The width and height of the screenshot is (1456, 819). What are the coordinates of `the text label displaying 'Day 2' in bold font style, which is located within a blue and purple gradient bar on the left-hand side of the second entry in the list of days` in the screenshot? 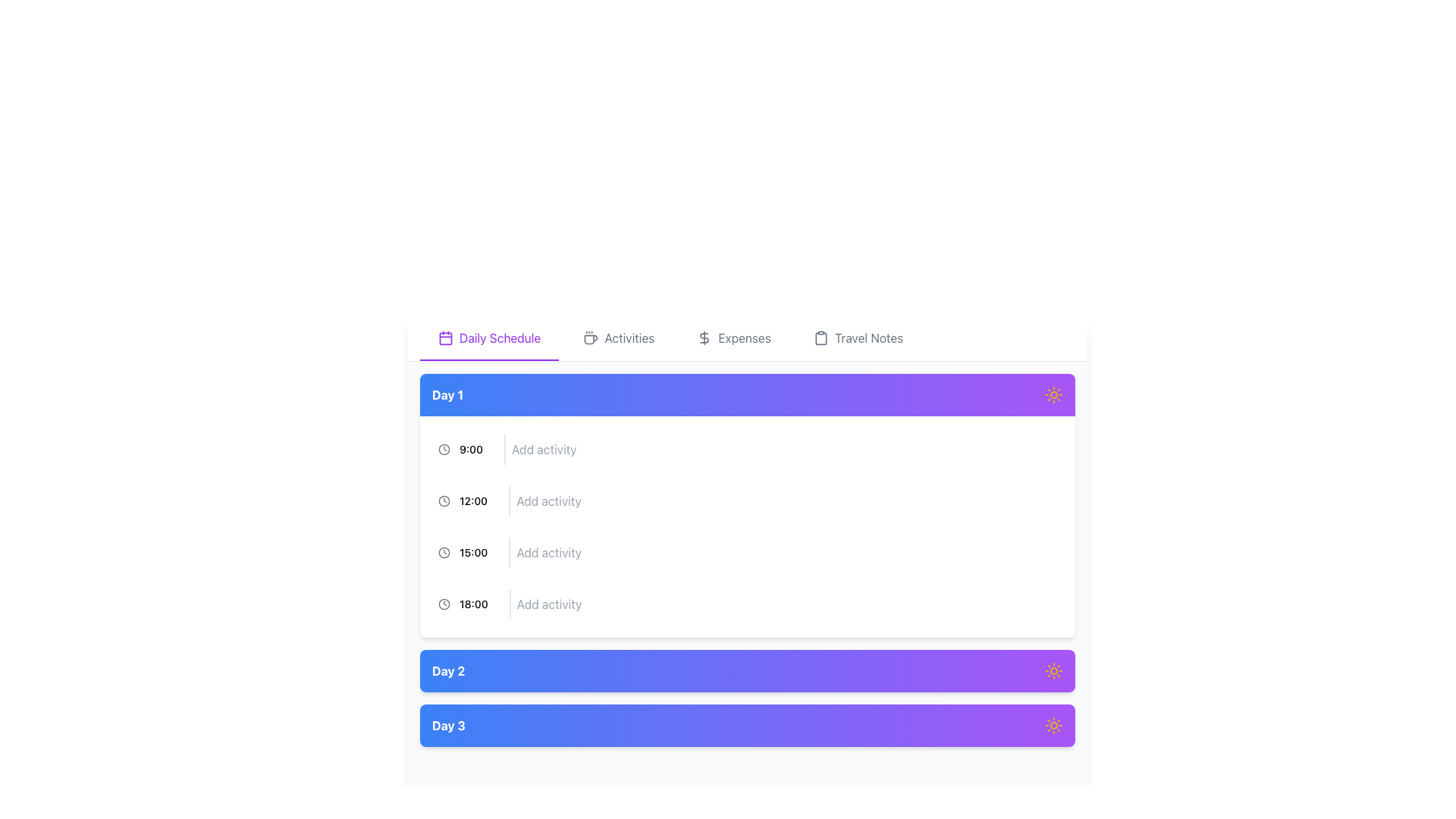 It's located at (447, 670).